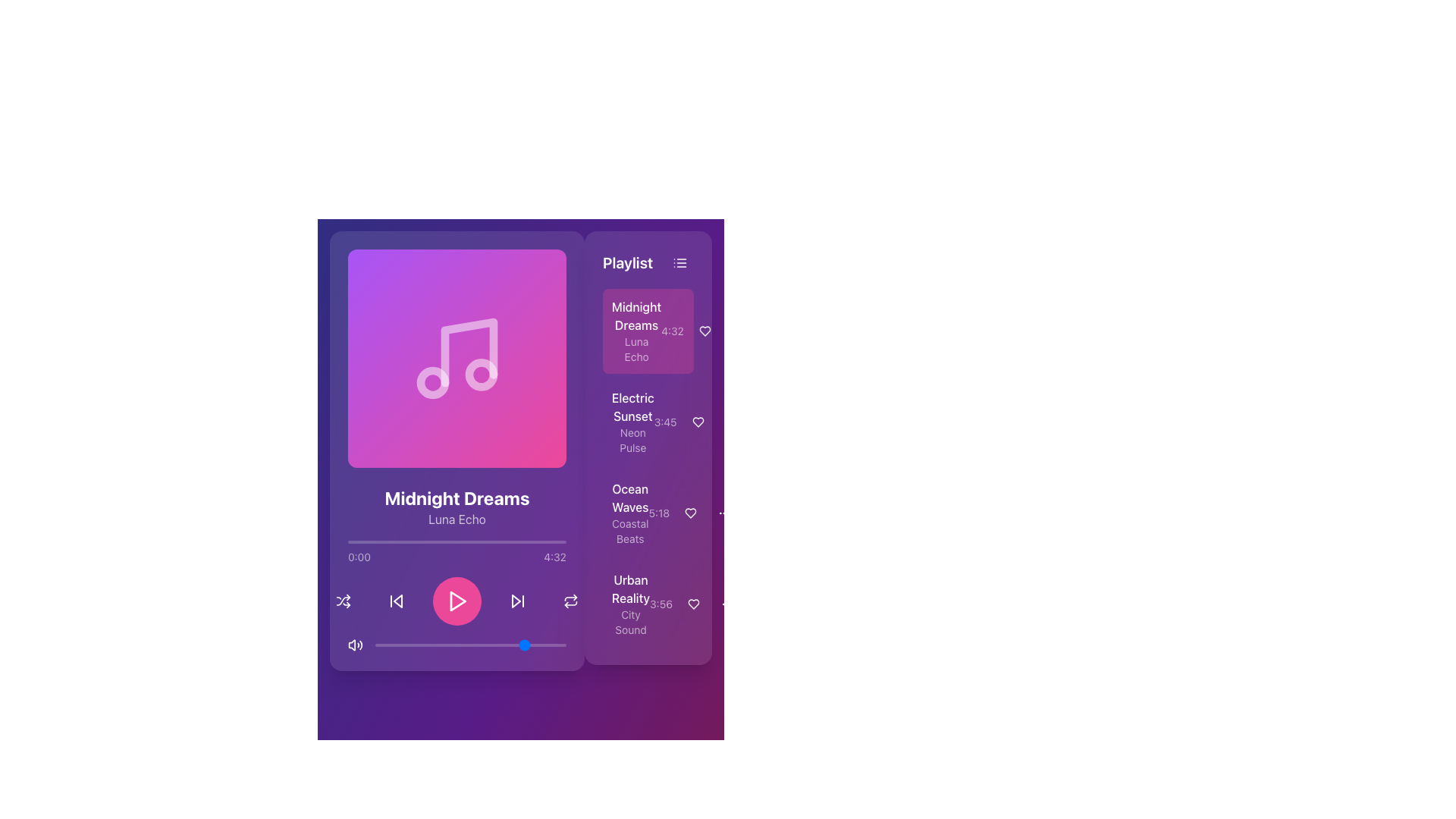 The height and width of the screenshot is (819, 1456). What do you see at coordinates (397, 601) in the screenshot?
I see `the backward skip button icon, which is styled in white against a violet background and is located between the shuffle icon and the play button at the bottom center of the interface` at bounding box center [397, 601].